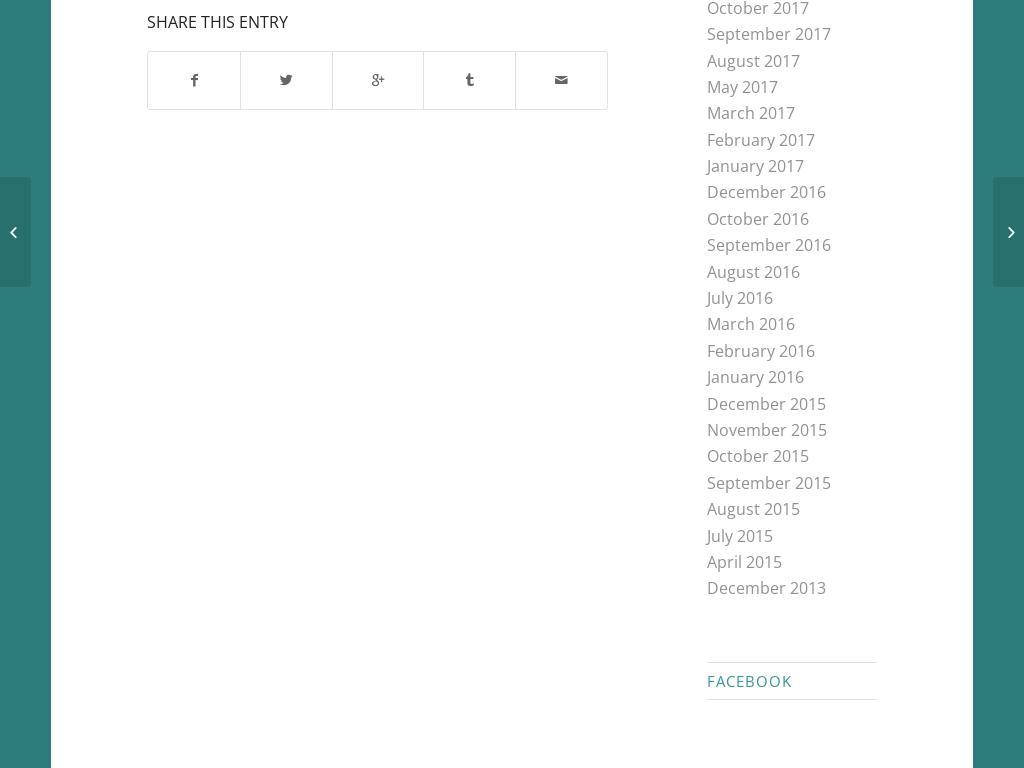  What do you see at coordinates (753, 165) in the screenshot?
I see `'January 2017'` at bounding box center [753, 165].